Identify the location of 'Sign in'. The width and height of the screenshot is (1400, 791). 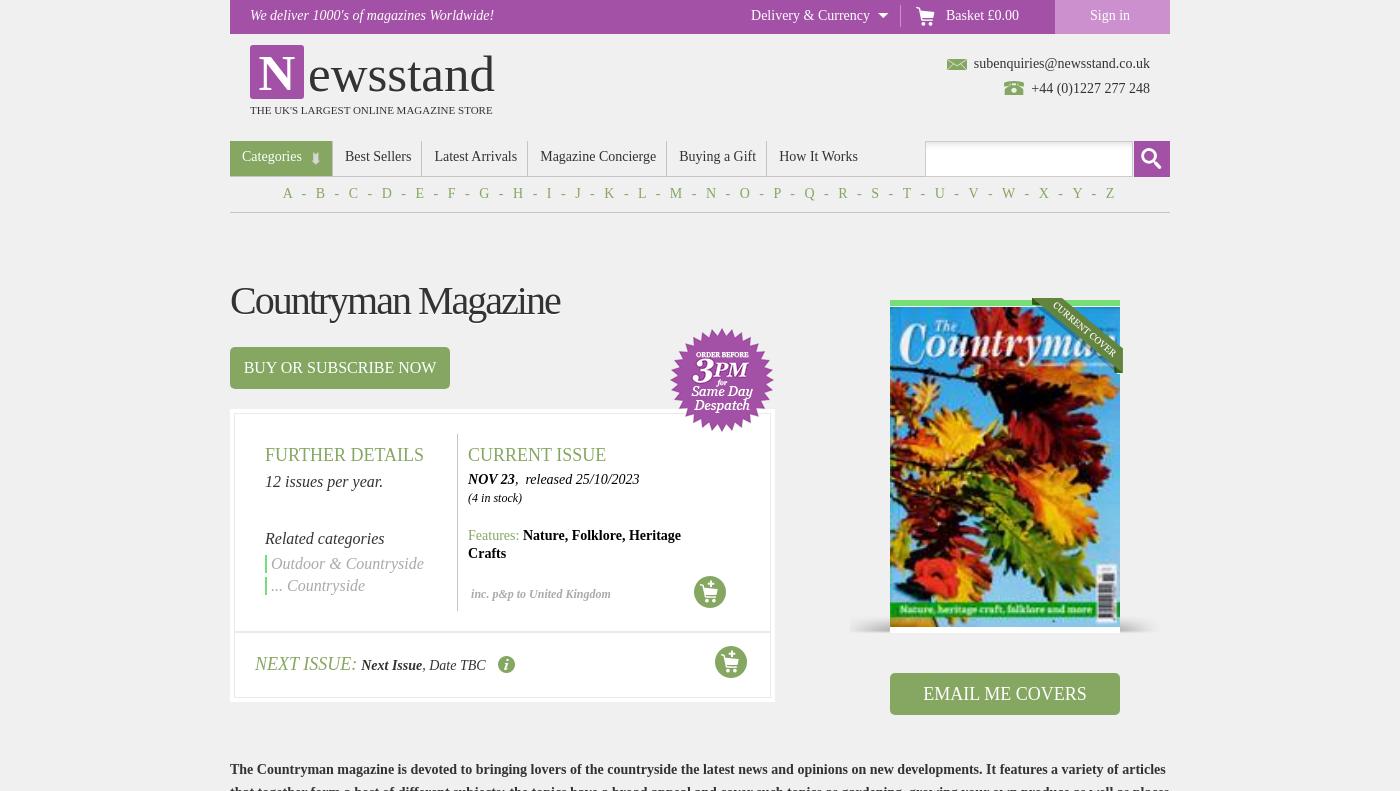
(1109, 14).